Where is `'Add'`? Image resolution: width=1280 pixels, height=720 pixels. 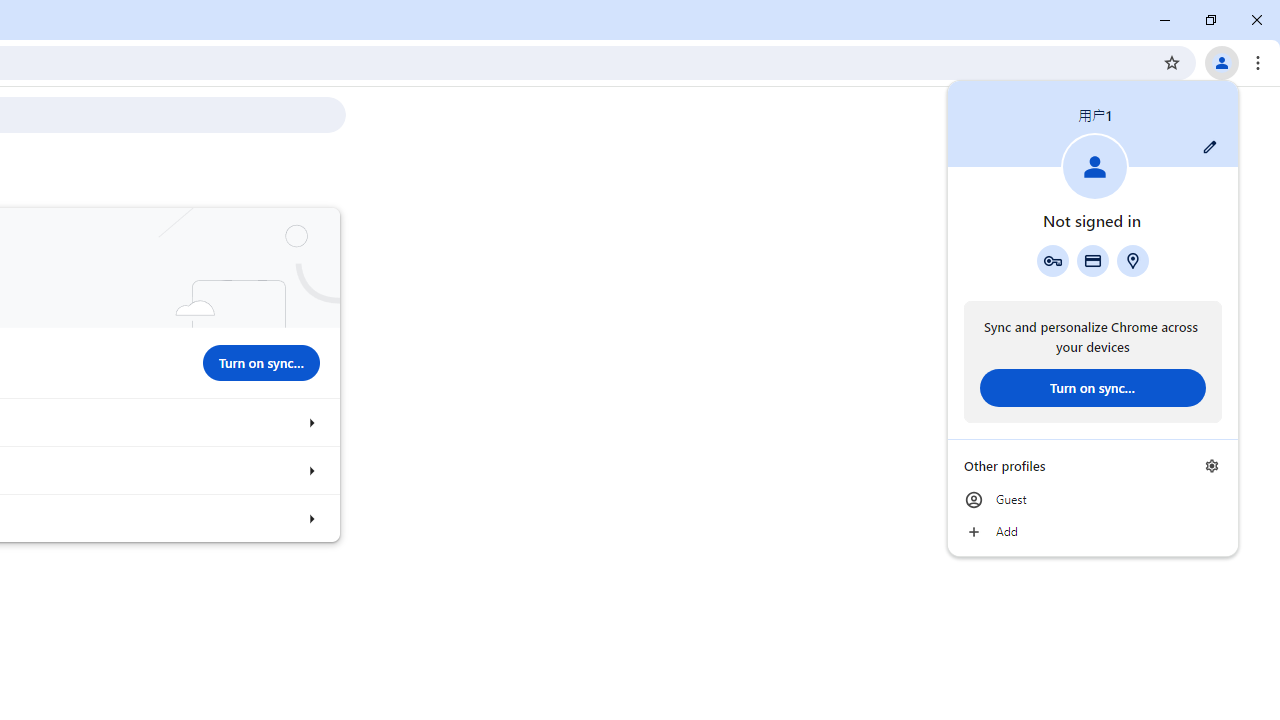 'Add' is located at coordinates (1092, 531).